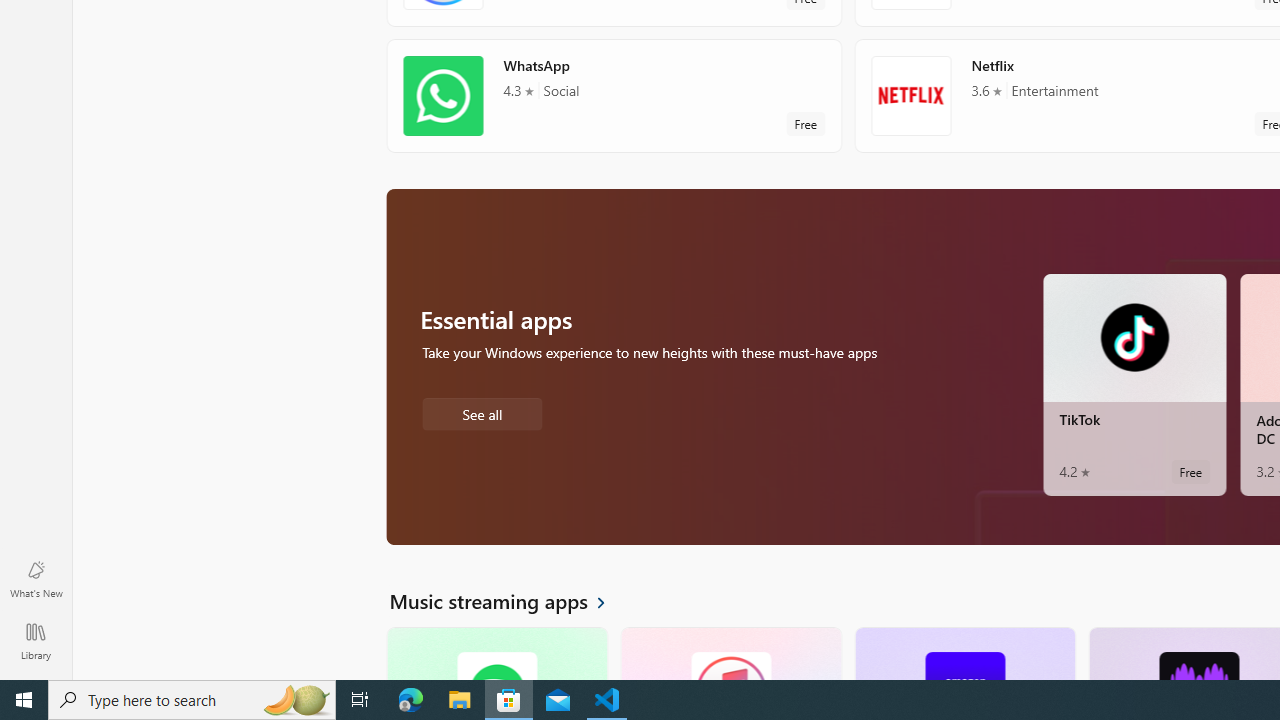 The image size is (1280, 720). I want to click on 'WhatsApp. Average rating of 4.3 out of five stars. Free  ', so click(613, 95).